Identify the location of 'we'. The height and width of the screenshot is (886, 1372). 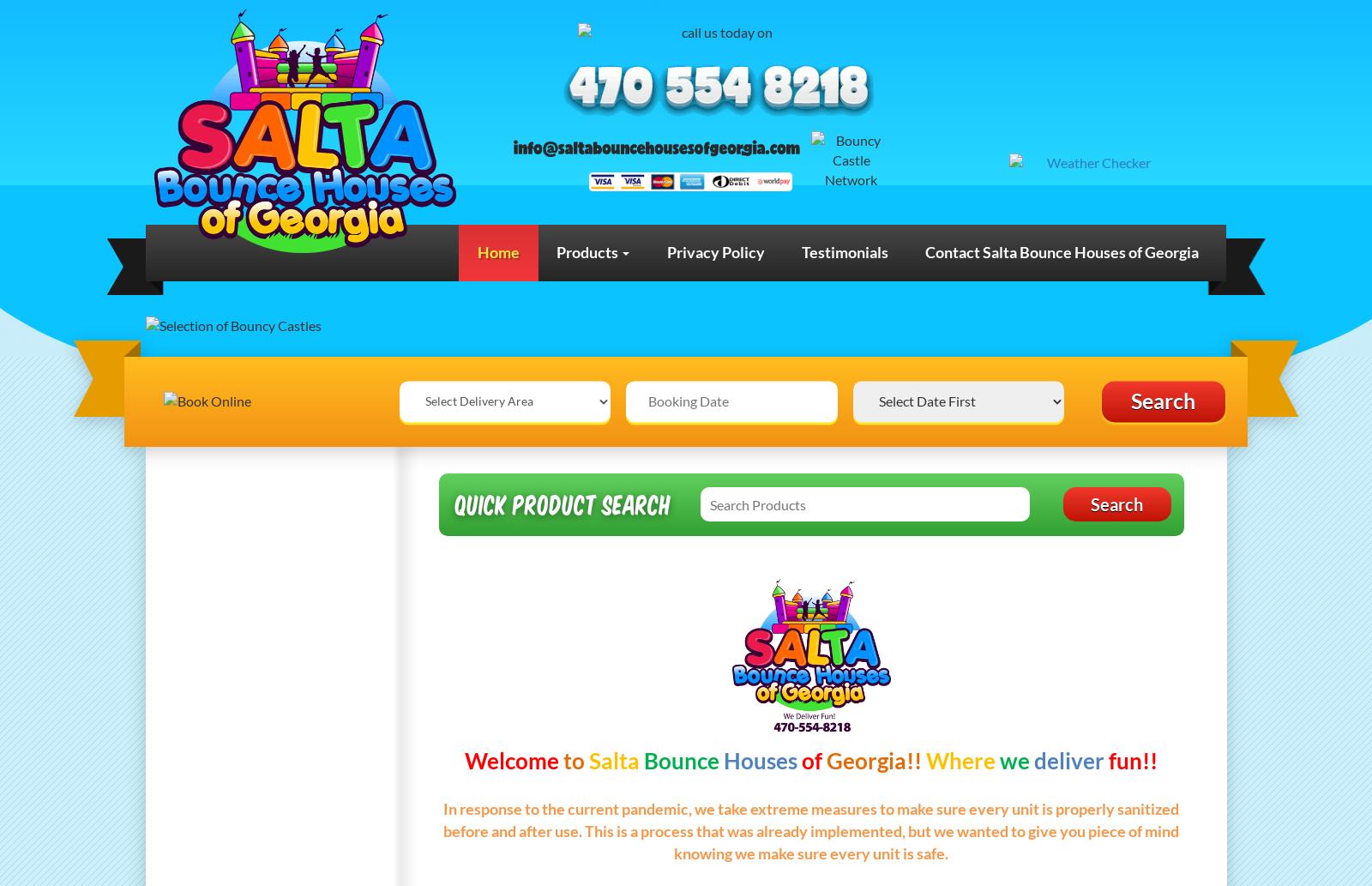
(1000, 759).